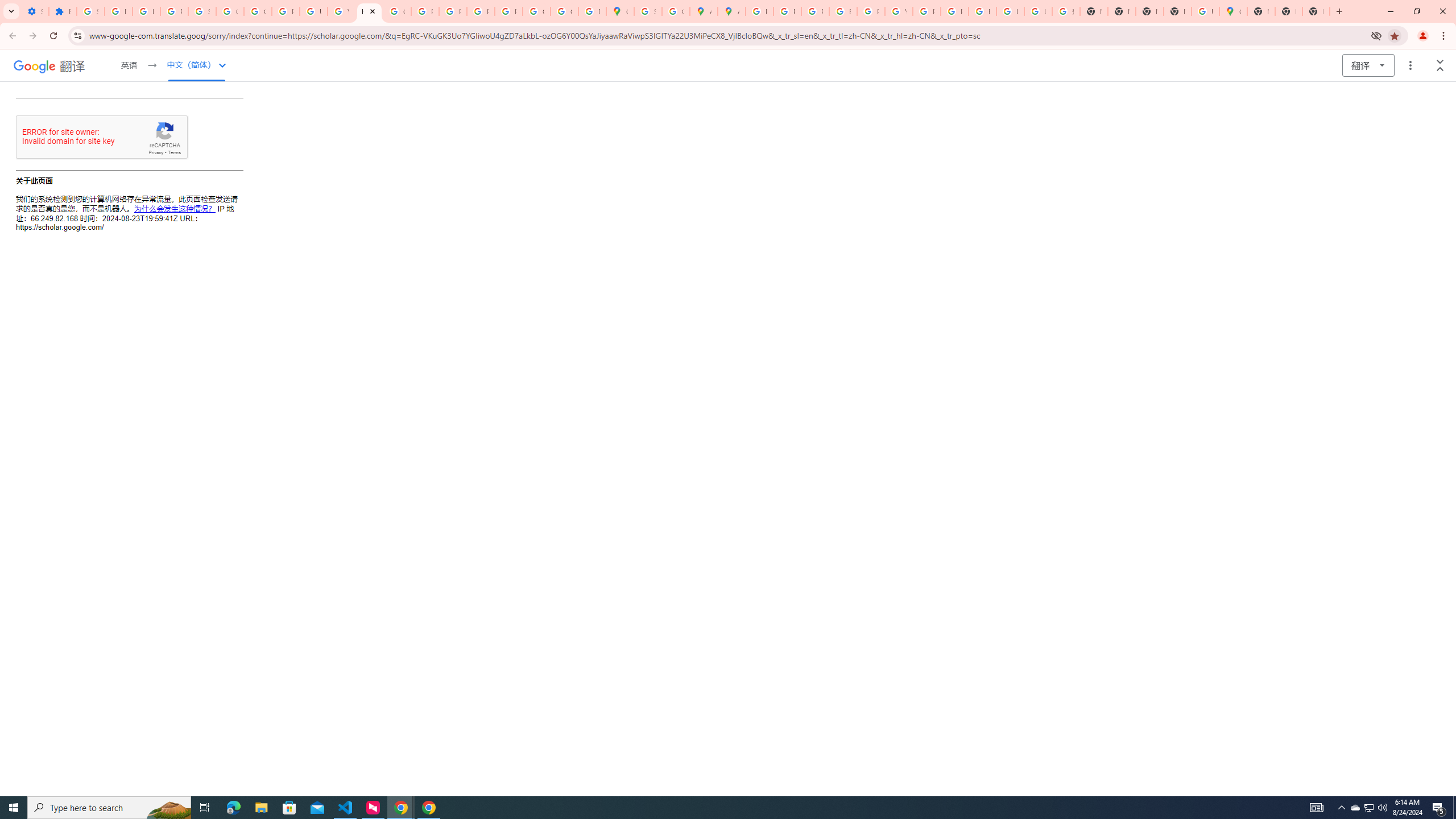  What do you see at coordinates (229, 11) in the screenshot?
I see `'Google Account Help'` at bounding box center [229, 11].